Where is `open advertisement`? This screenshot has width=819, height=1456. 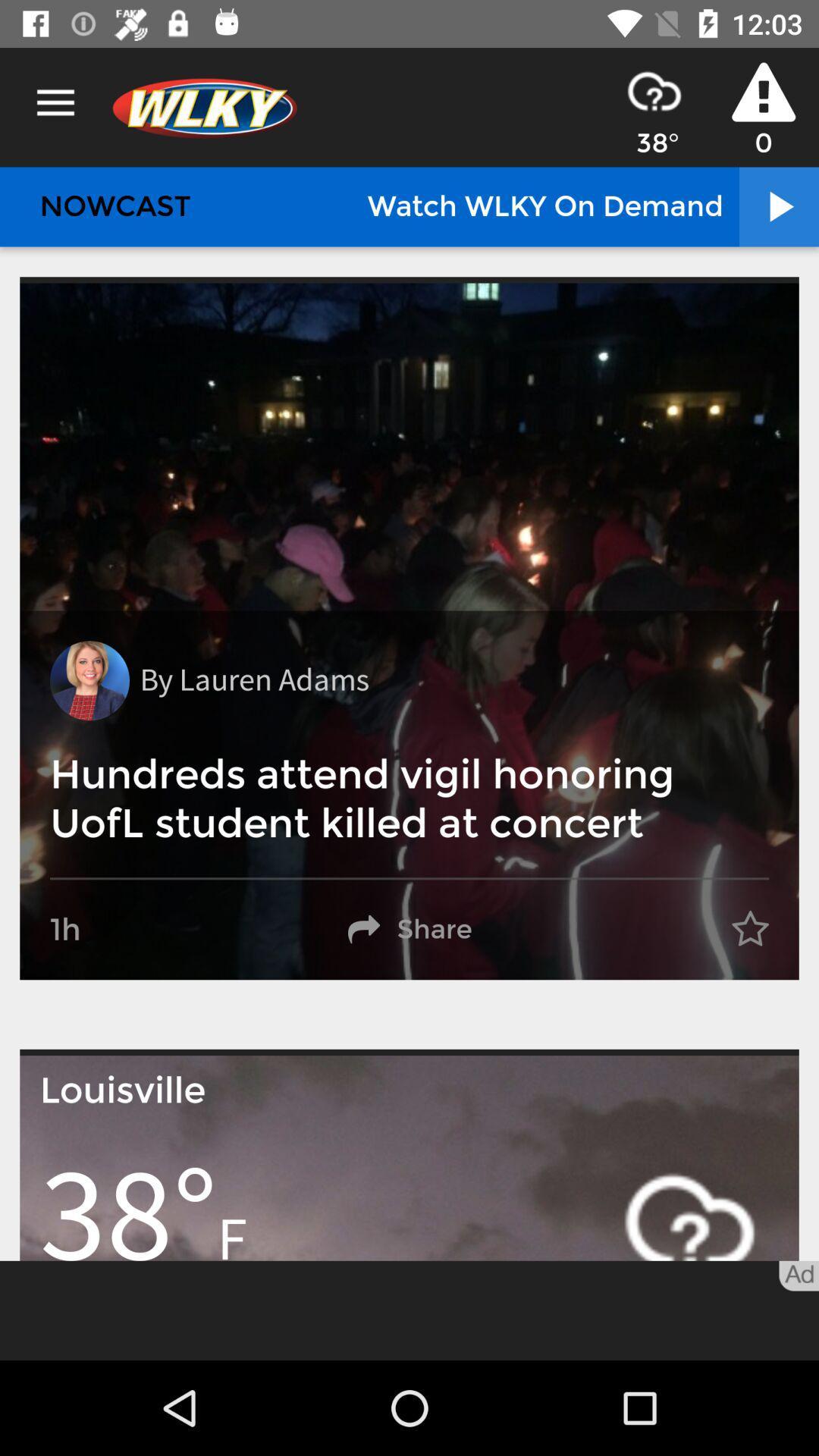
open advertisement is located at coordinates (409, 1310).